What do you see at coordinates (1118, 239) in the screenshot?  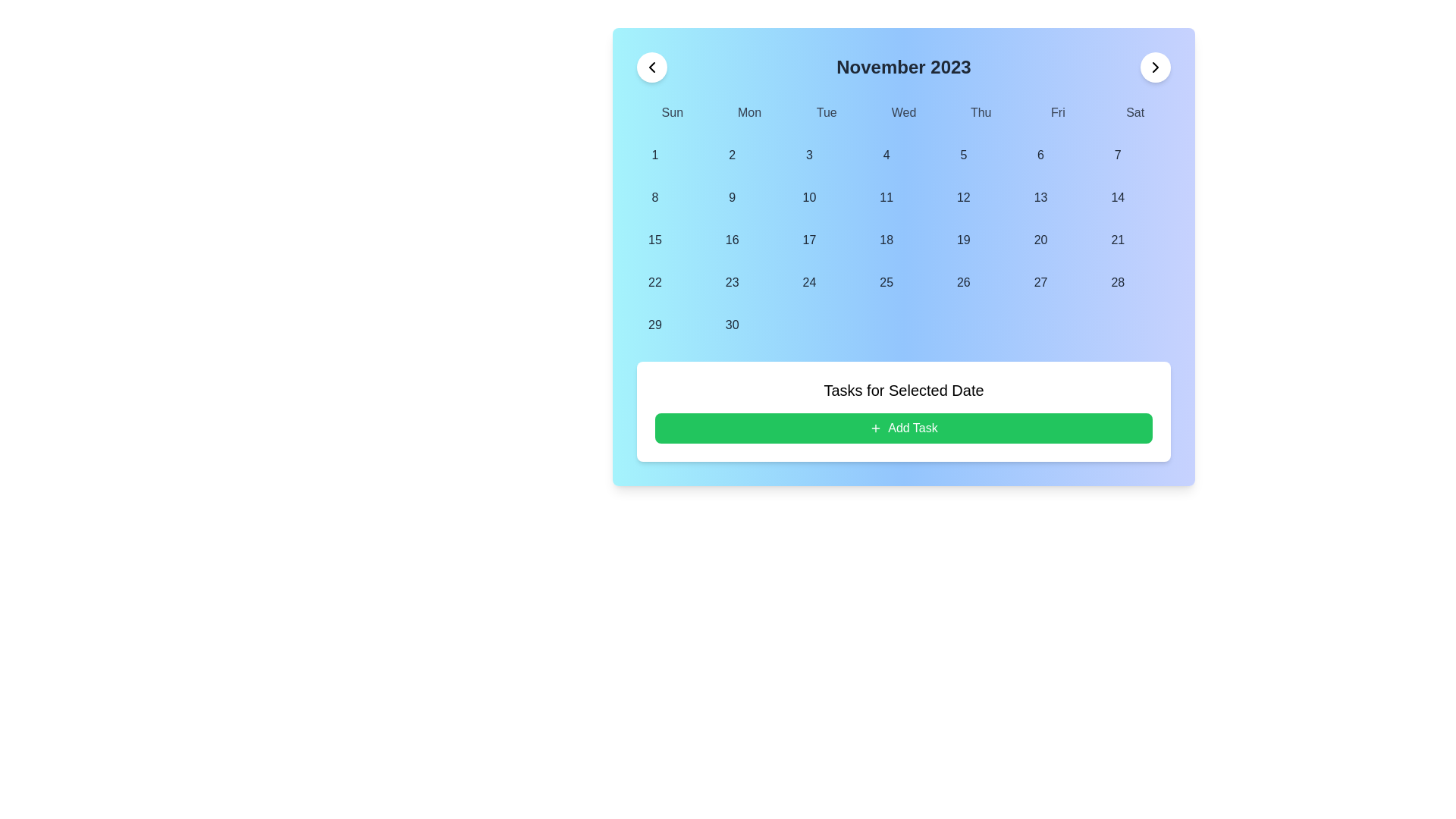 I see `the button labeled '21' in the calendar view` at bounding box center [1118, 239].